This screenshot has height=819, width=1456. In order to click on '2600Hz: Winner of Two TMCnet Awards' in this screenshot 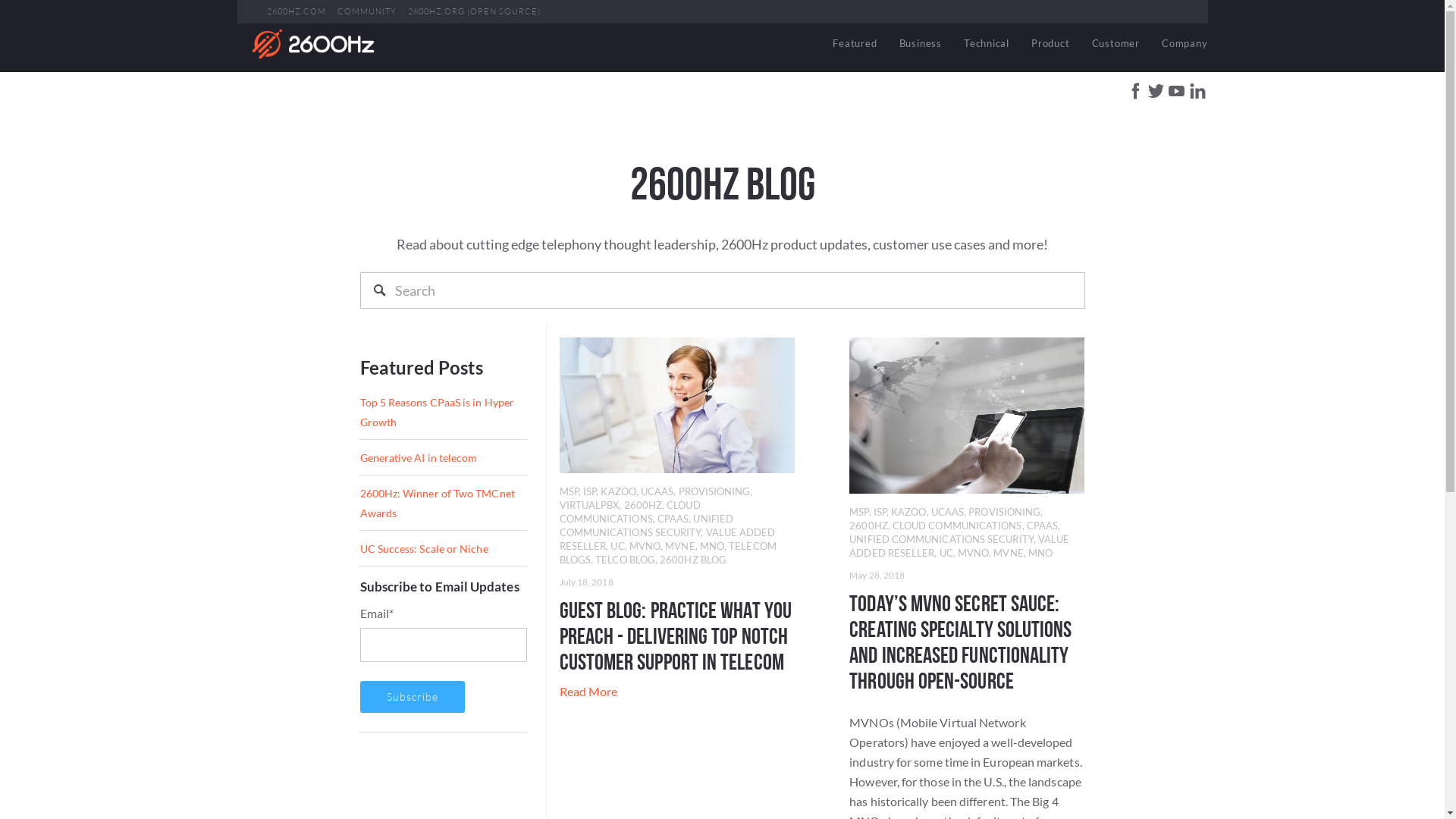, I will do `click(436, 503)`.